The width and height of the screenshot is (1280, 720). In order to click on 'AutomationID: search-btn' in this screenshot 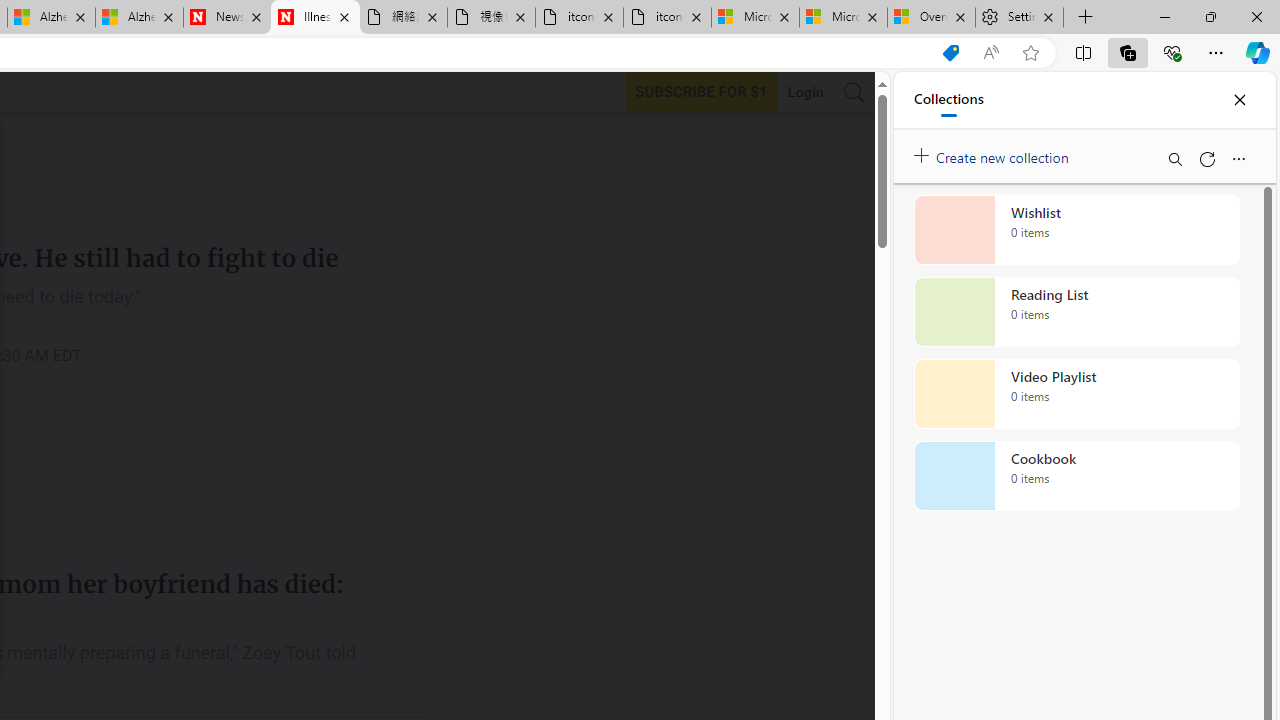, I will do `click(855, 92)`.